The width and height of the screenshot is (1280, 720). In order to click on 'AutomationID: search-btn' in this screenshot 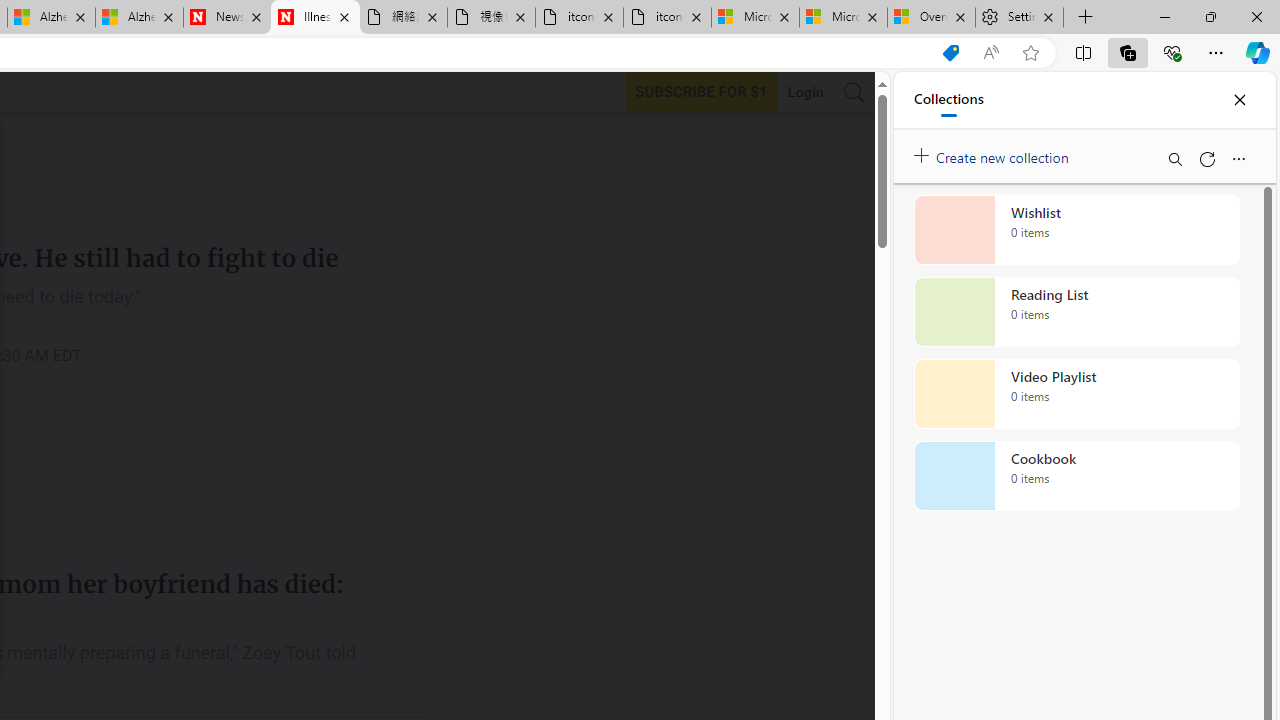, I will do `click(855, 92)`.